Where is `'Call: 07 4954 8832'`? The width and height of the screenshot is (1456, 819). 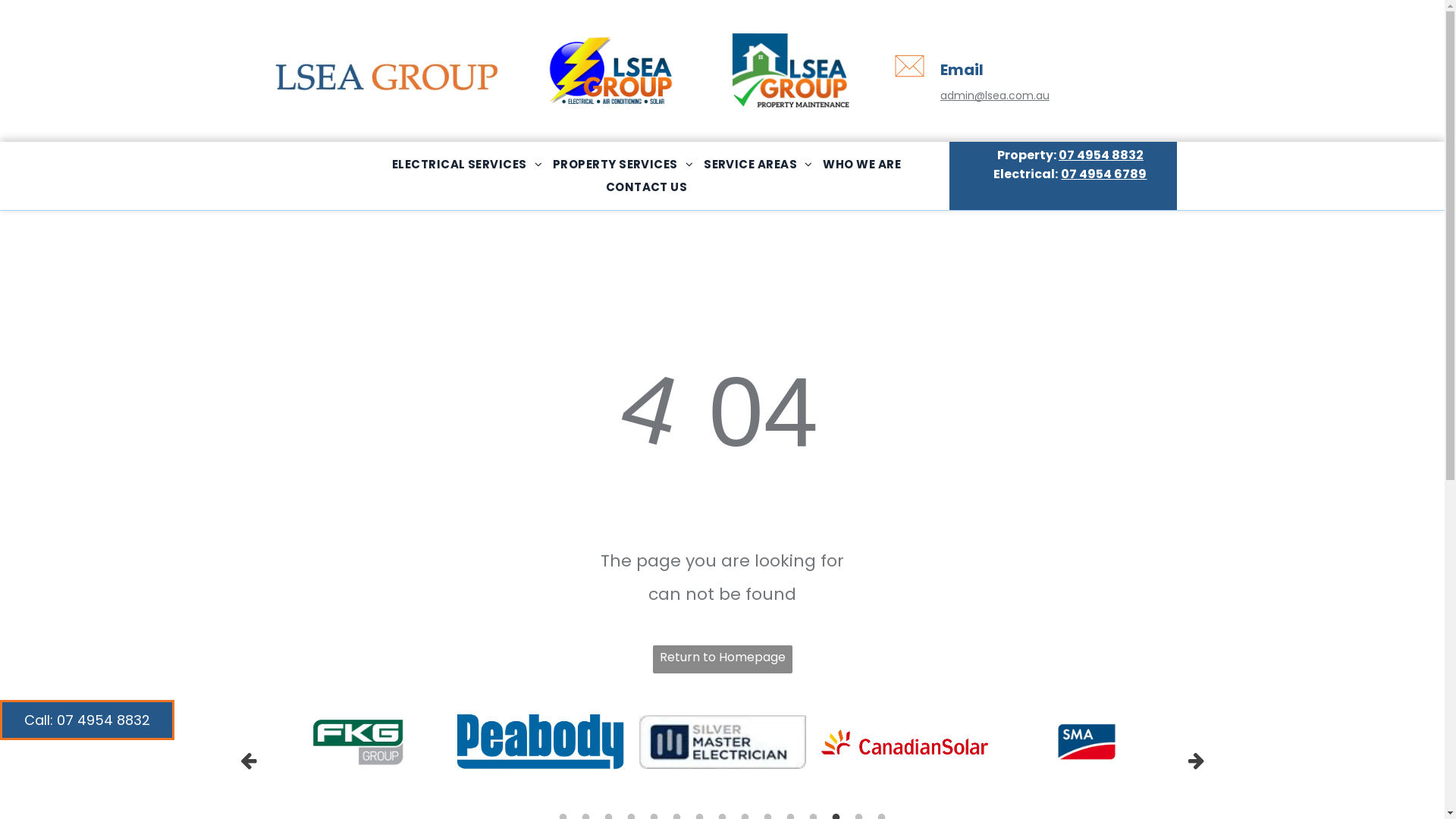 'Call: 07 4954 8832' is located at coordinates (0, 719).